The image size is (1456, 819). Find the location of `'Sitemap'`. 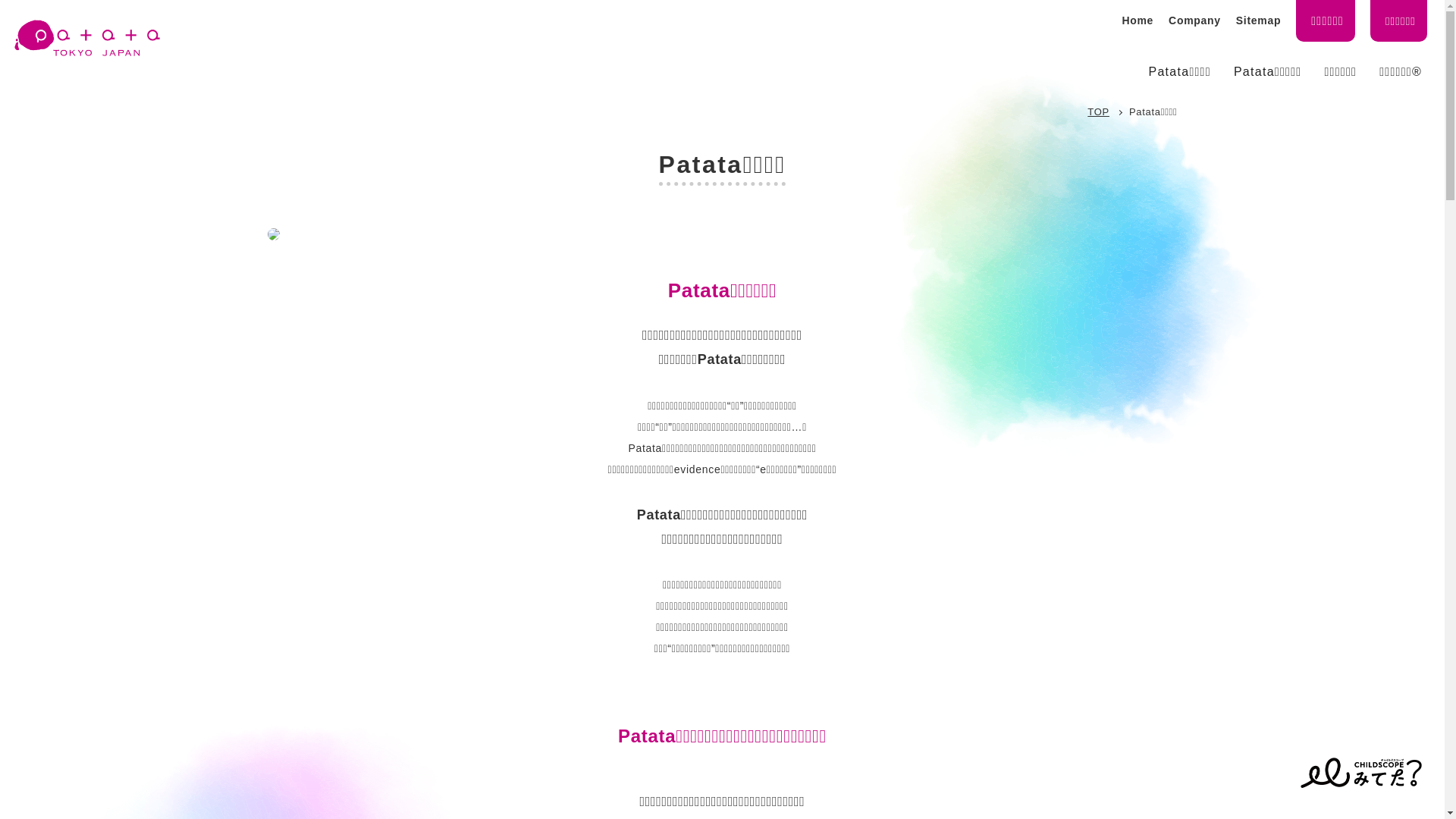

'Sitemap' is located at coordinates (1258, 20).